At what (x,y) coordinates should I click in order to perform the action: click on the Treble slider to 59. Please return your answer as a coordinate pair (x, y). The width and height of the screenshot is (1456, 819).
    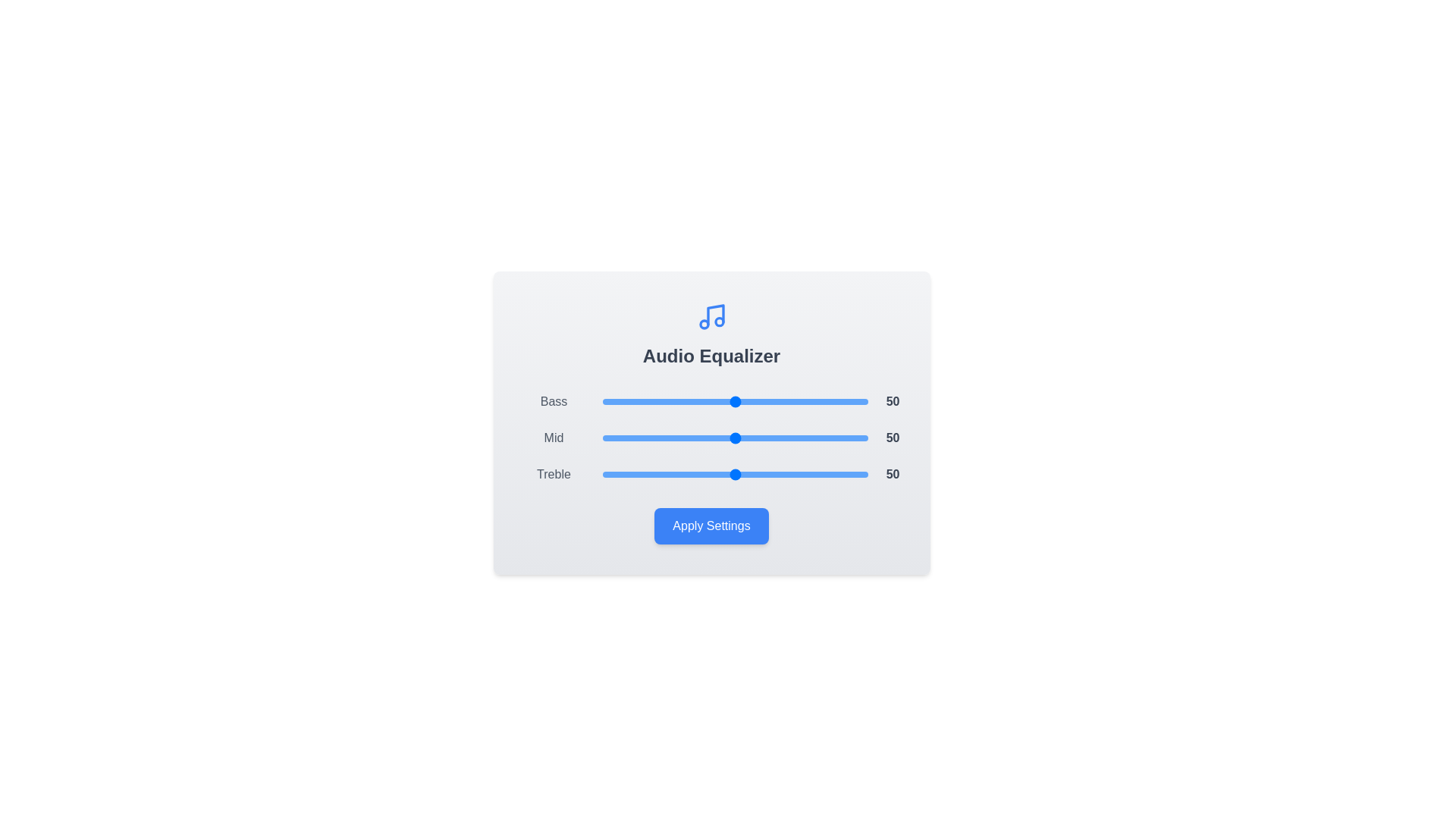
    Looking at the image, I should click on (759, 473).